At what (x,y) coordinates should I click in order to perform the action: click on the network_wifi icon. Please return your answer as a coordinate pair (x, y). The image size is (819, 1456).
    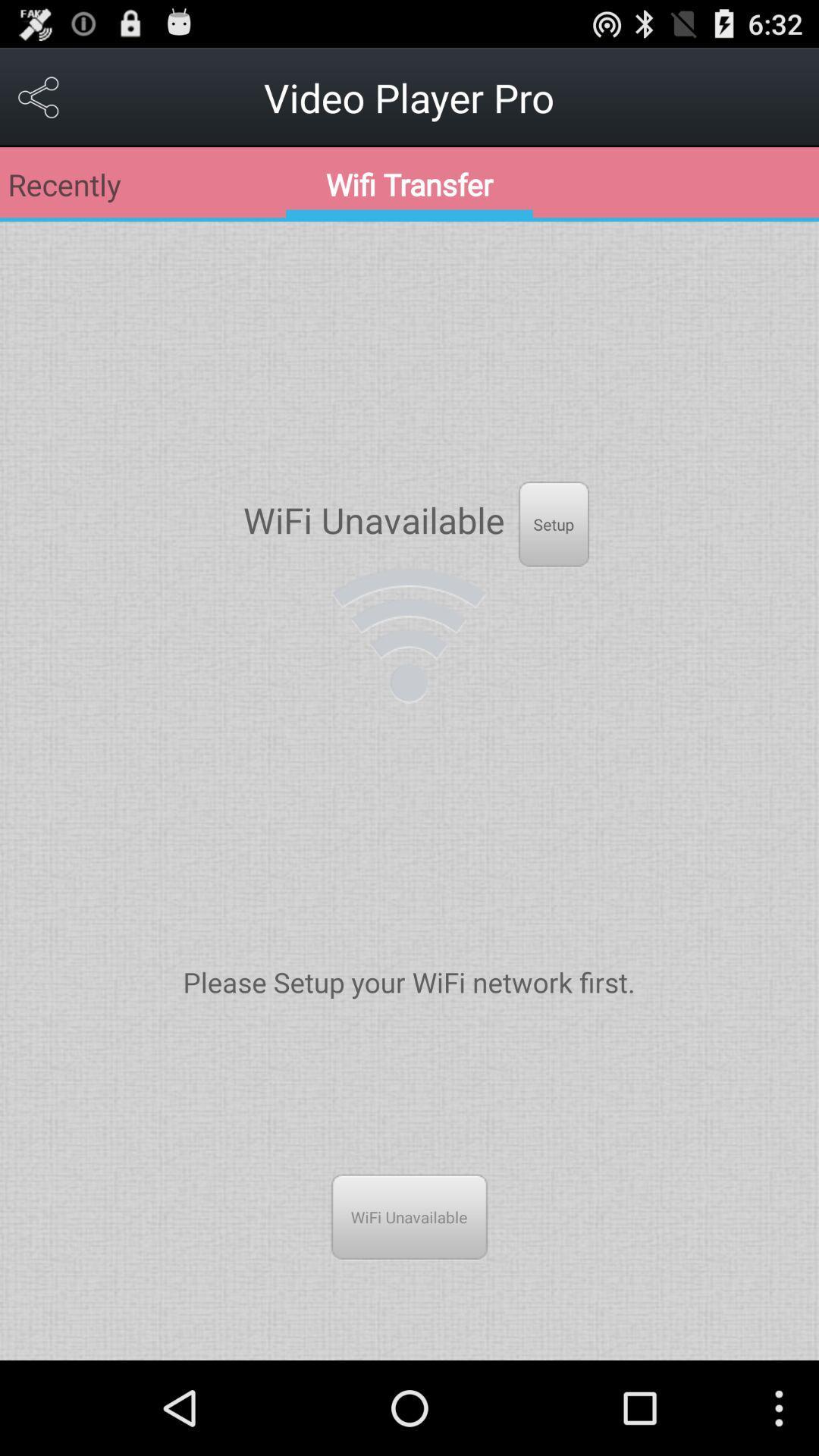
    Looking at the image, I should click on (408, 679).